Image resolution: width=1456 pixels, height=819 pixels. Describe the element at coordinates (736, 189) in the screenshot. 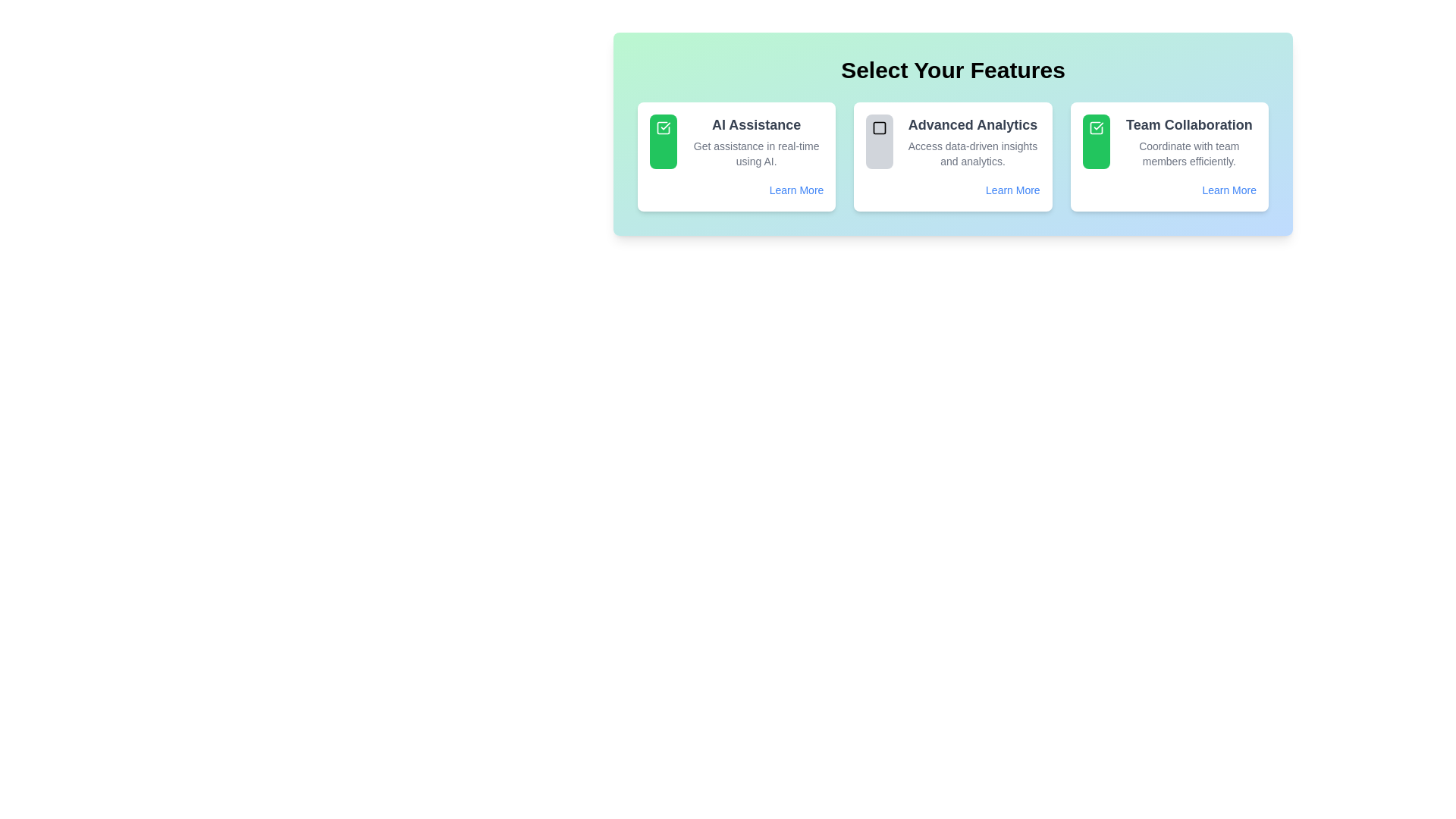

I see `the hyperlink located at the bottom-right of the 'AI Assistance' card in the feature selection panel` at that location.